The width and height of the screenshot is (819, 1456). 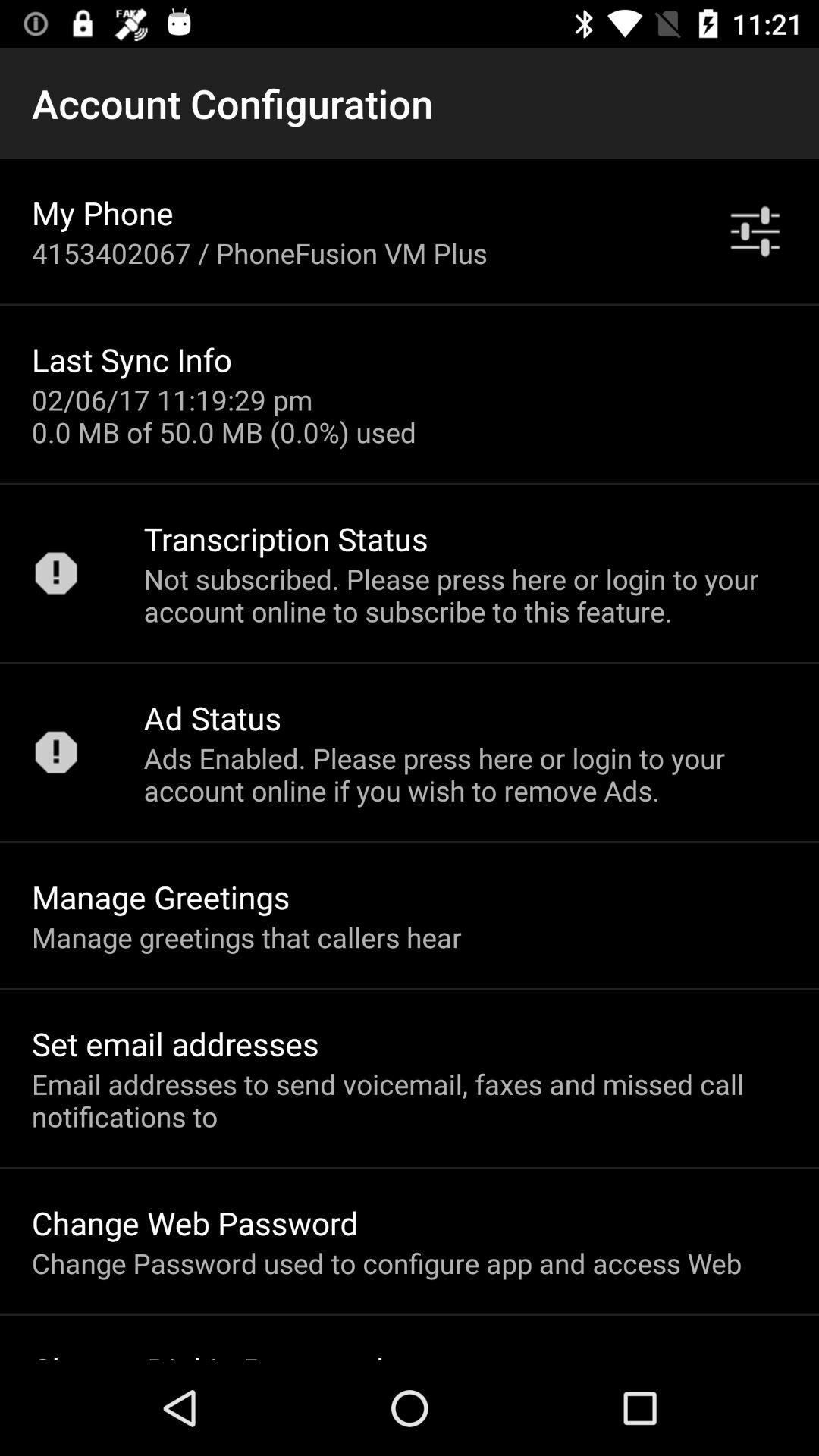 I want to click on app below 02 06 17, so click(x=286, y=538).